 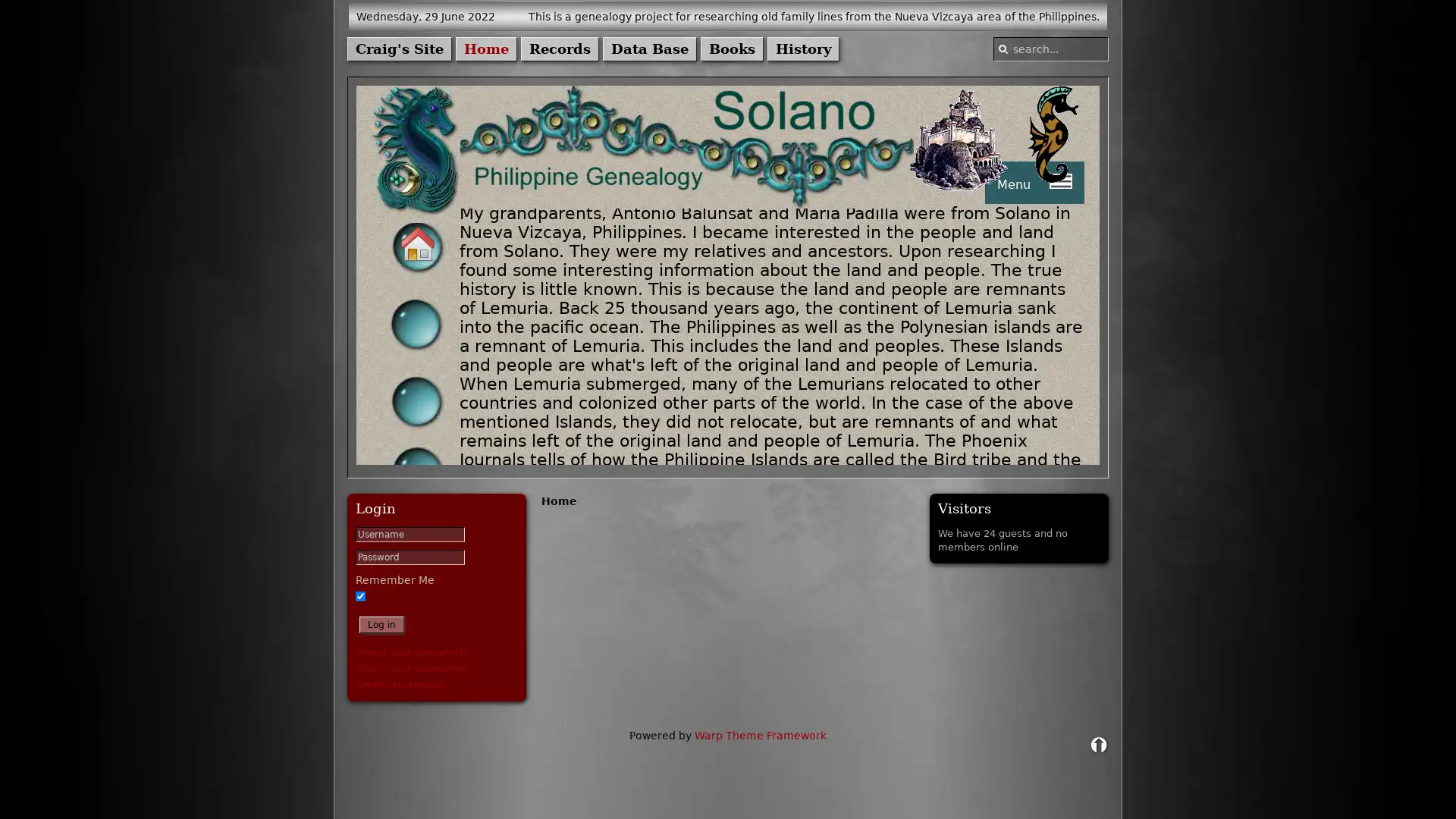 I want to click on Log in, so click(x=381, y=625).